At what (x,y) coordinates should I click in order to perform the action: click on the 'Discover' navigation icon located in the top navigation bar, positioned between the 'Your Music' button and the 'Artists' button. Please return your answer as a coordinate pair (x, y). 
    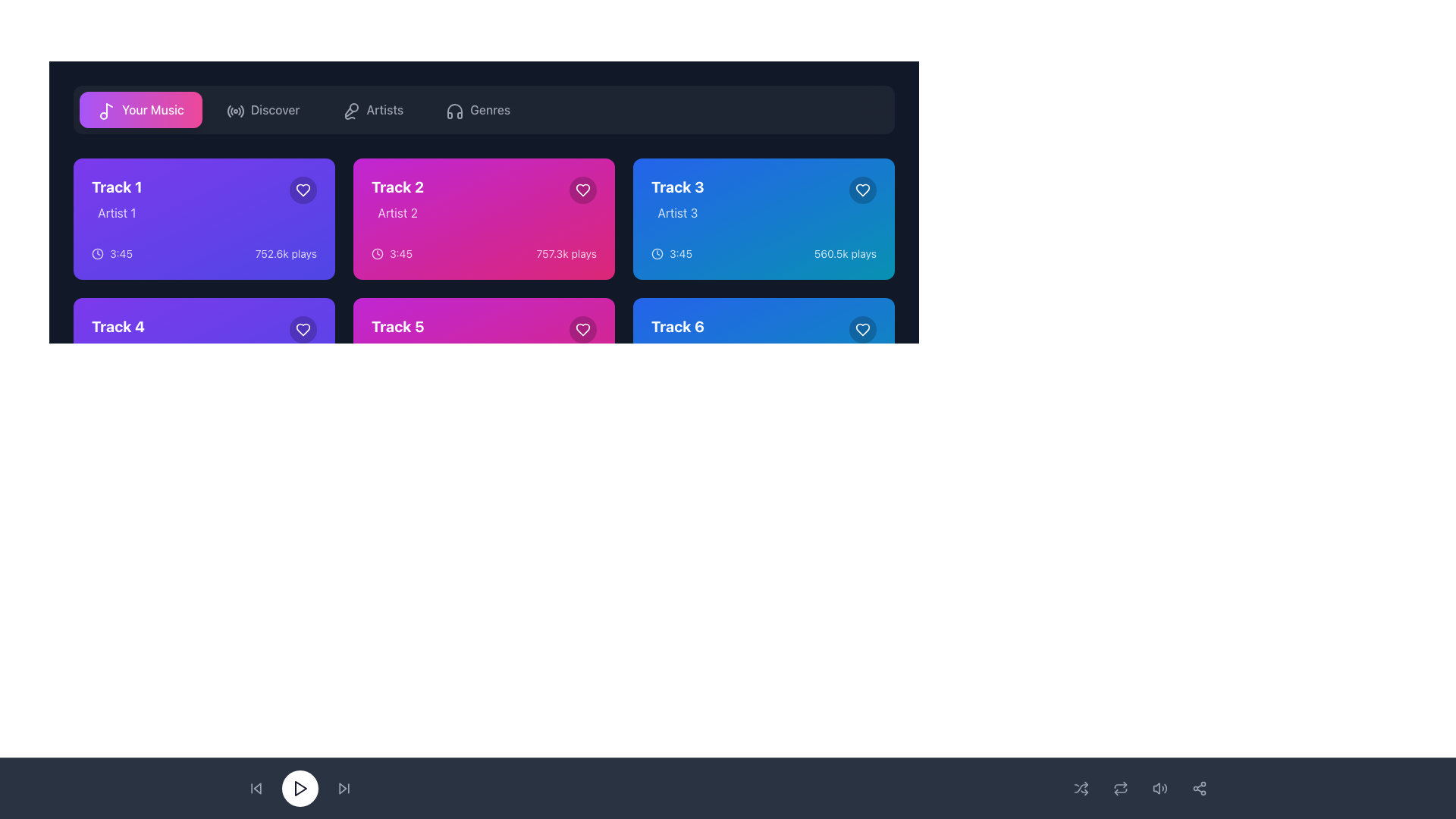
    Looking at the image, I should click on (233, 109).